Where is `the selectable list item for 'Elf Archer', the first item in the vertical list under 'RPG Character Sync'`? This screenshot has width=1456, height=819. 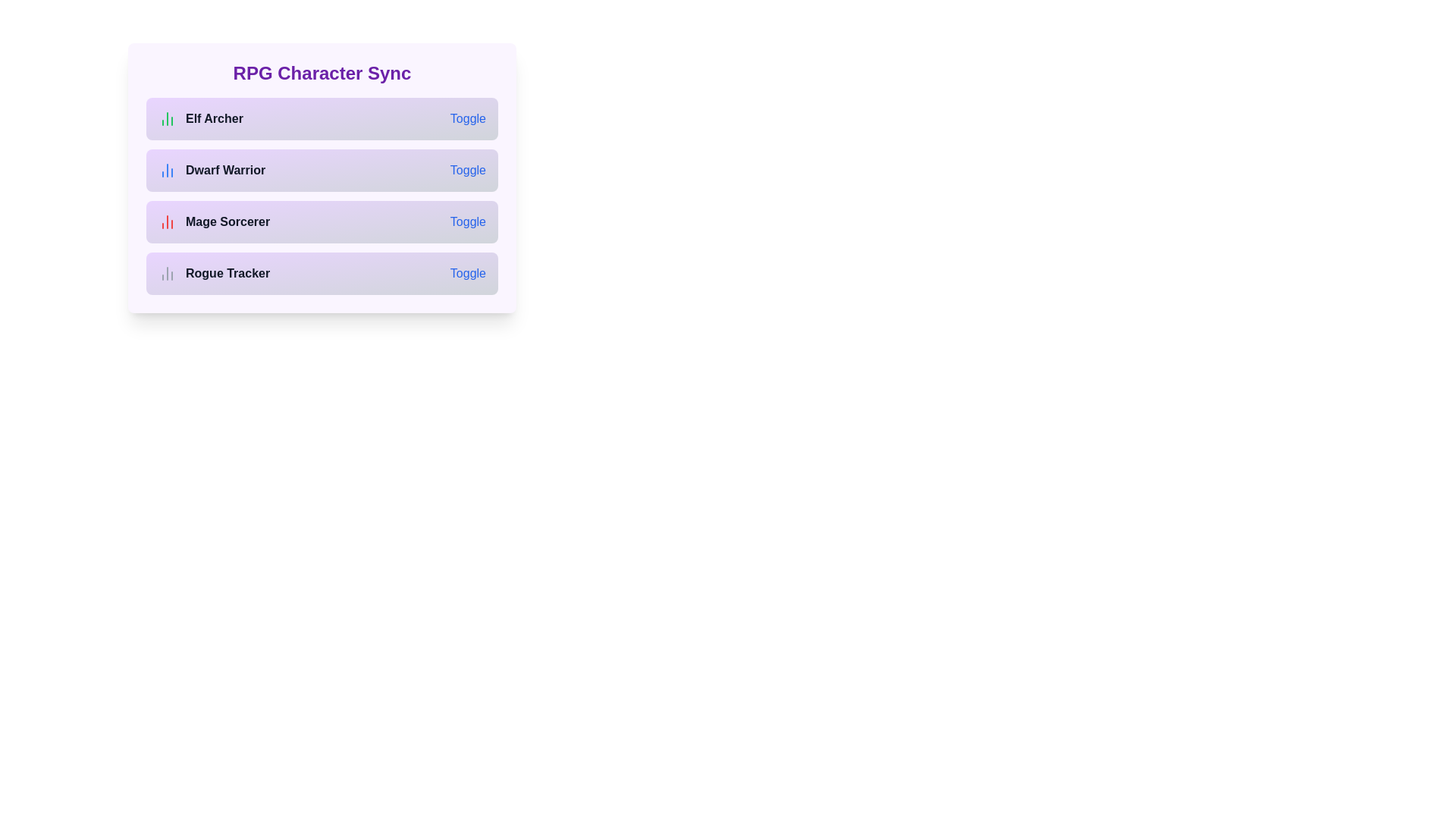
the selectable list item for 'Elf Archer', the first item in the vertical list under 'RPG Character Sync' is located at coordinates (322, 118).